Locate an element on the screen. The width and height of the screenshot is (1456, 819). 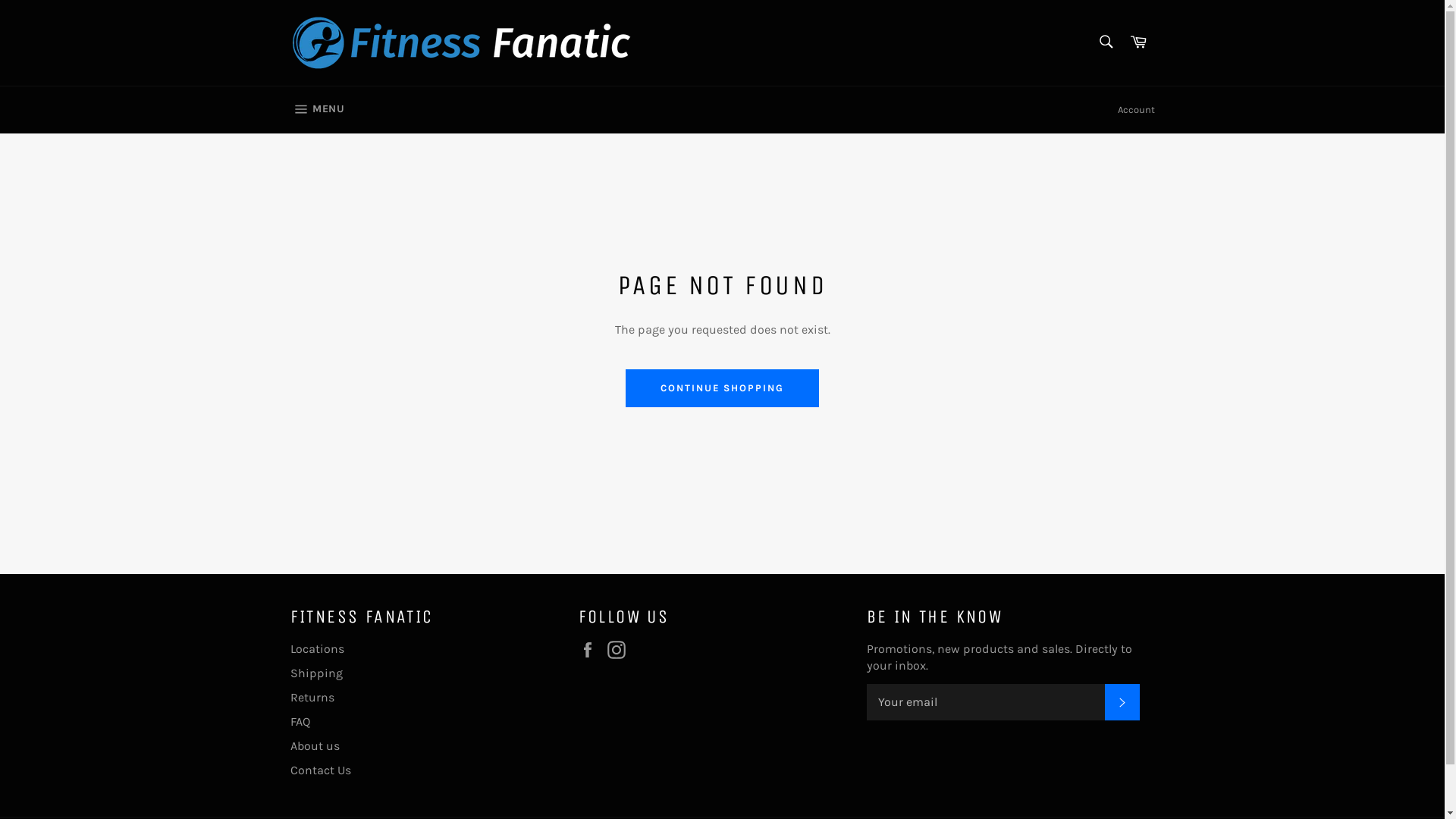
'Instagram' is located at coordinates (619, 648).